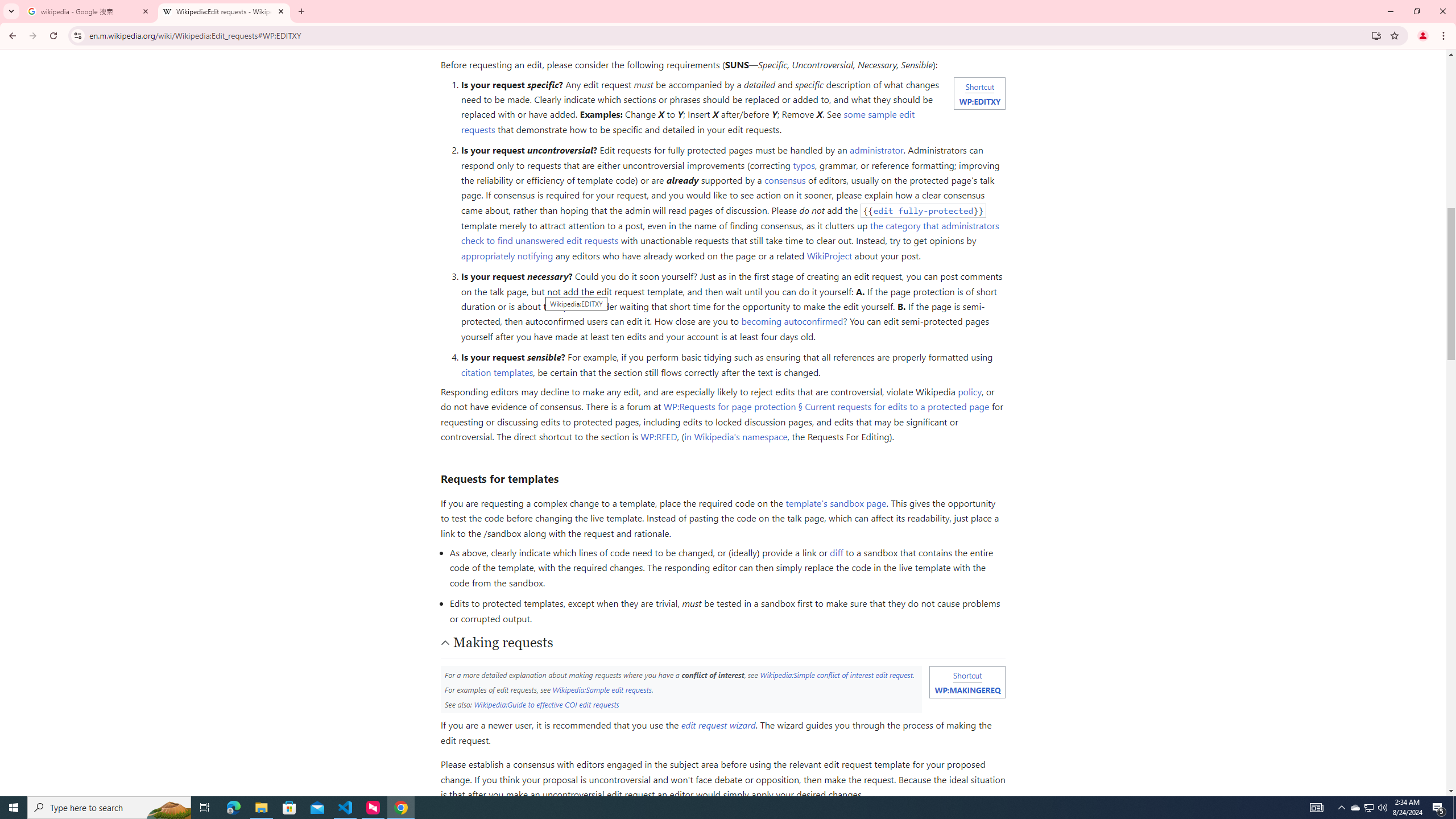 This screenshot has height=819, width=1456. I want to click on 'appropriately notifying', so click(506, 255).